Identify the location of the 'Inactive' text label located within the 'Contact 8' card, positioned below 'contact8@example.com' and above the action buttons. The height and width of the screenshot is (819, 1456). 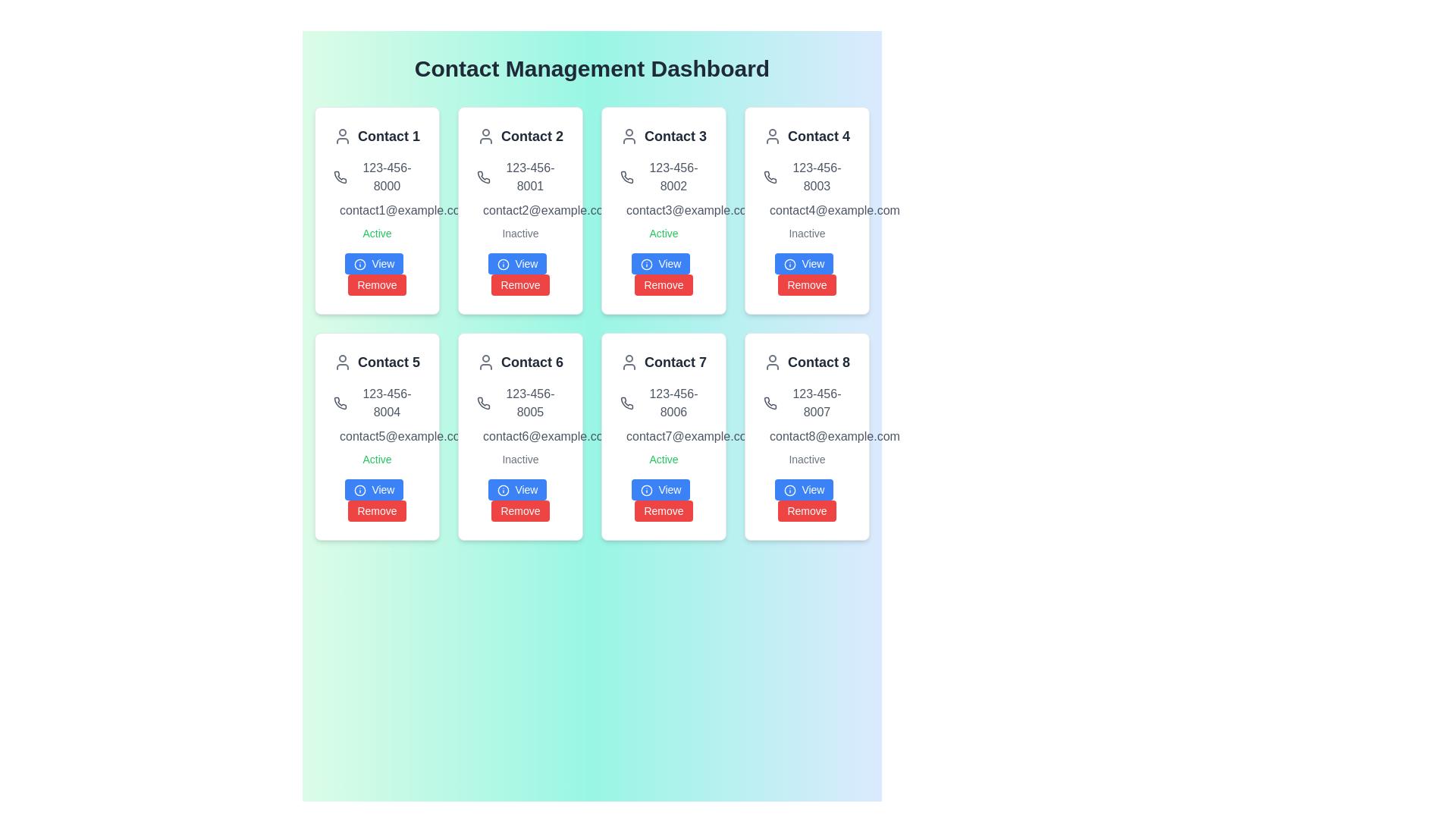
(806, 458).